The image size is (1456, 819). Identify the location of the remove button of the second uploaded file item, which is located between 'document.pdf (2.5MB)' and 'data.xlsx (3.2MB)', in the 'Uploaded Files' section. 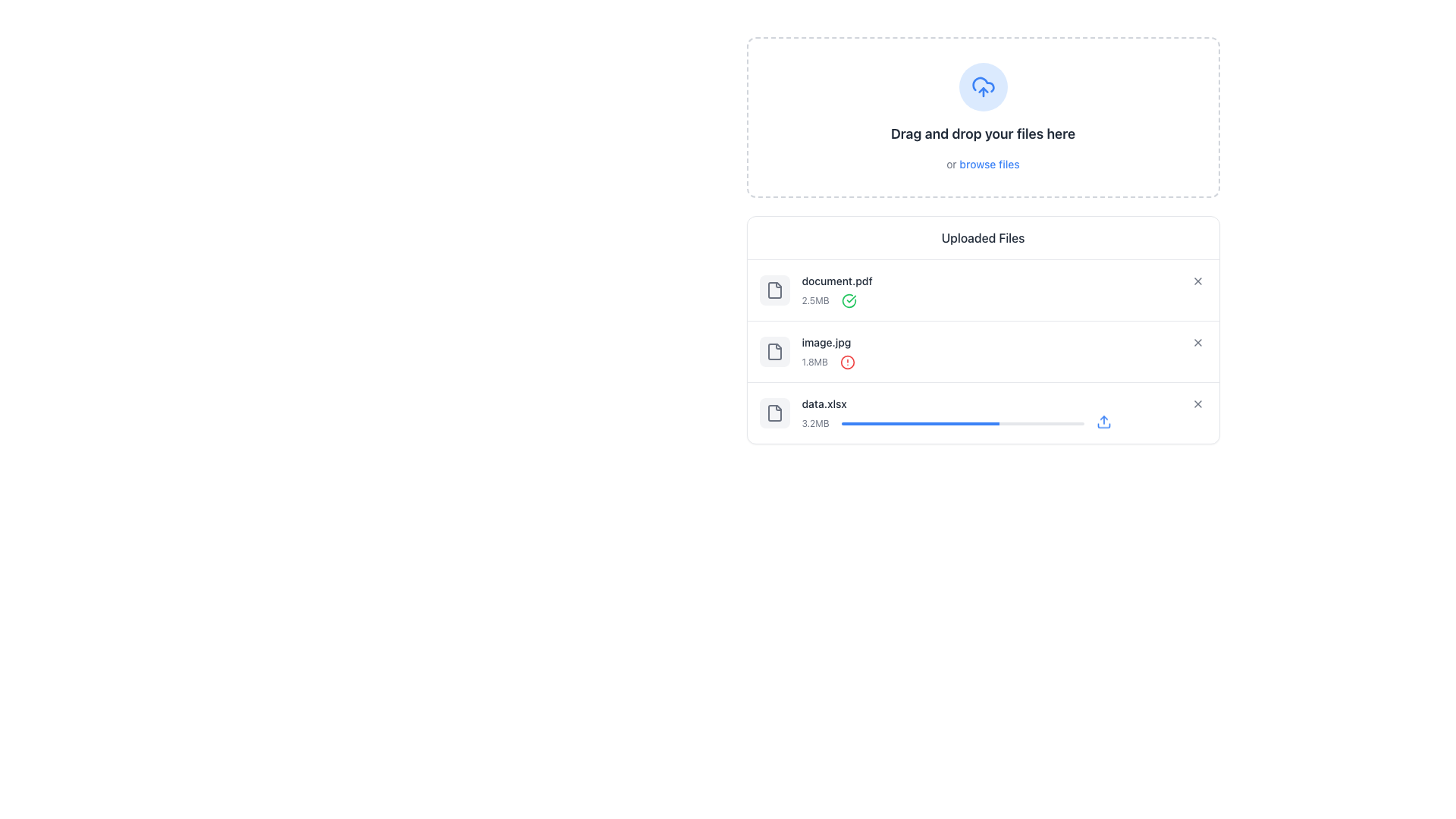
(983, 351).